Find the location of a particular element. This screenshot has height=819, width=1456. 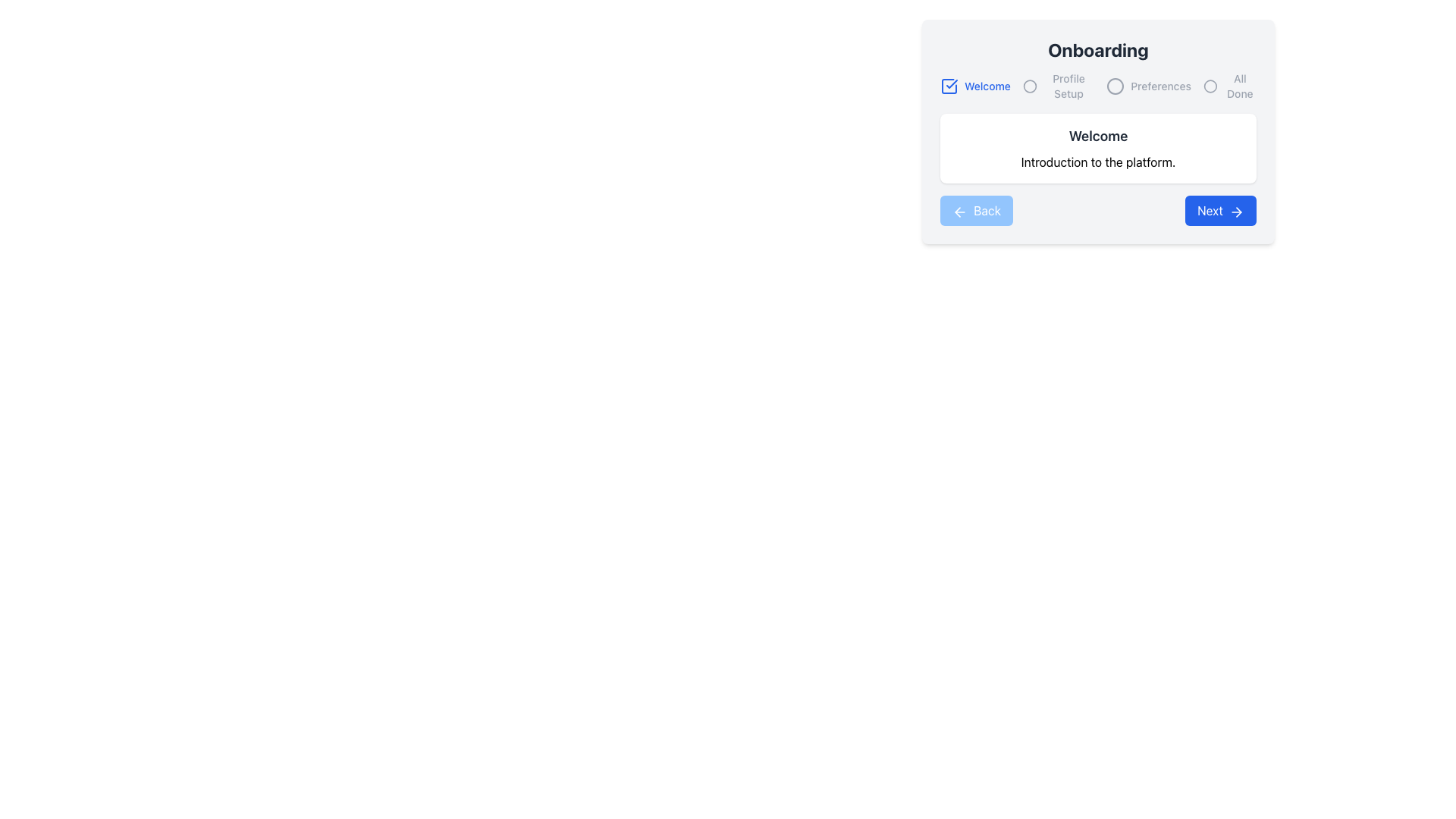

the fourth Circular SVG graphic labeled 'All Done' in the progress indicator row of the 'Onboarding' section is located at coordinates (1210, 86).